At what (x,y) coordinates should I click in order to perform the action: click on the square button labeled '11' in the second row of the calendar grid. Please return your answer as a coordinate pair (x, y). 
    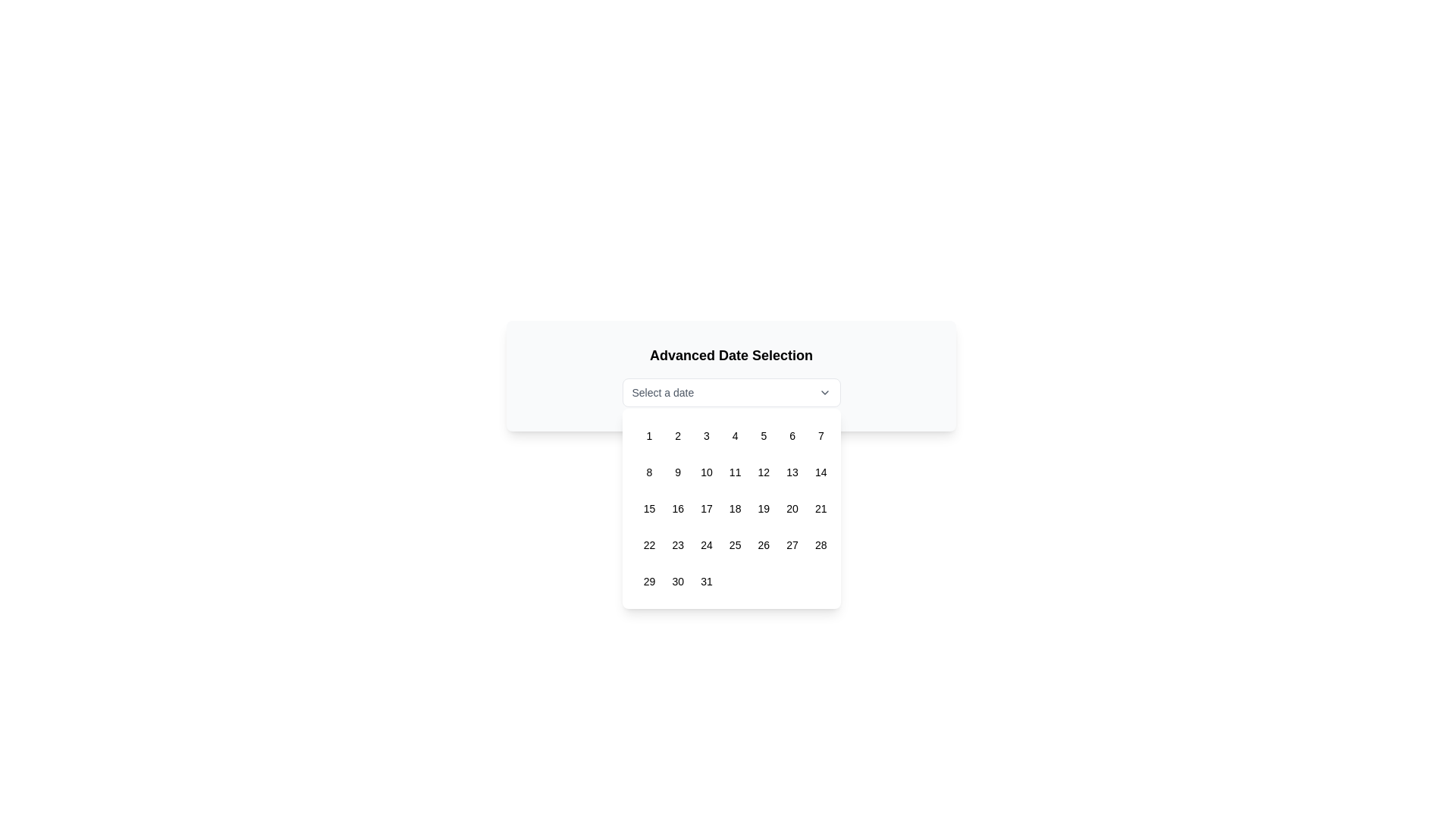
    Looking at the image, I should click on (735, 472).